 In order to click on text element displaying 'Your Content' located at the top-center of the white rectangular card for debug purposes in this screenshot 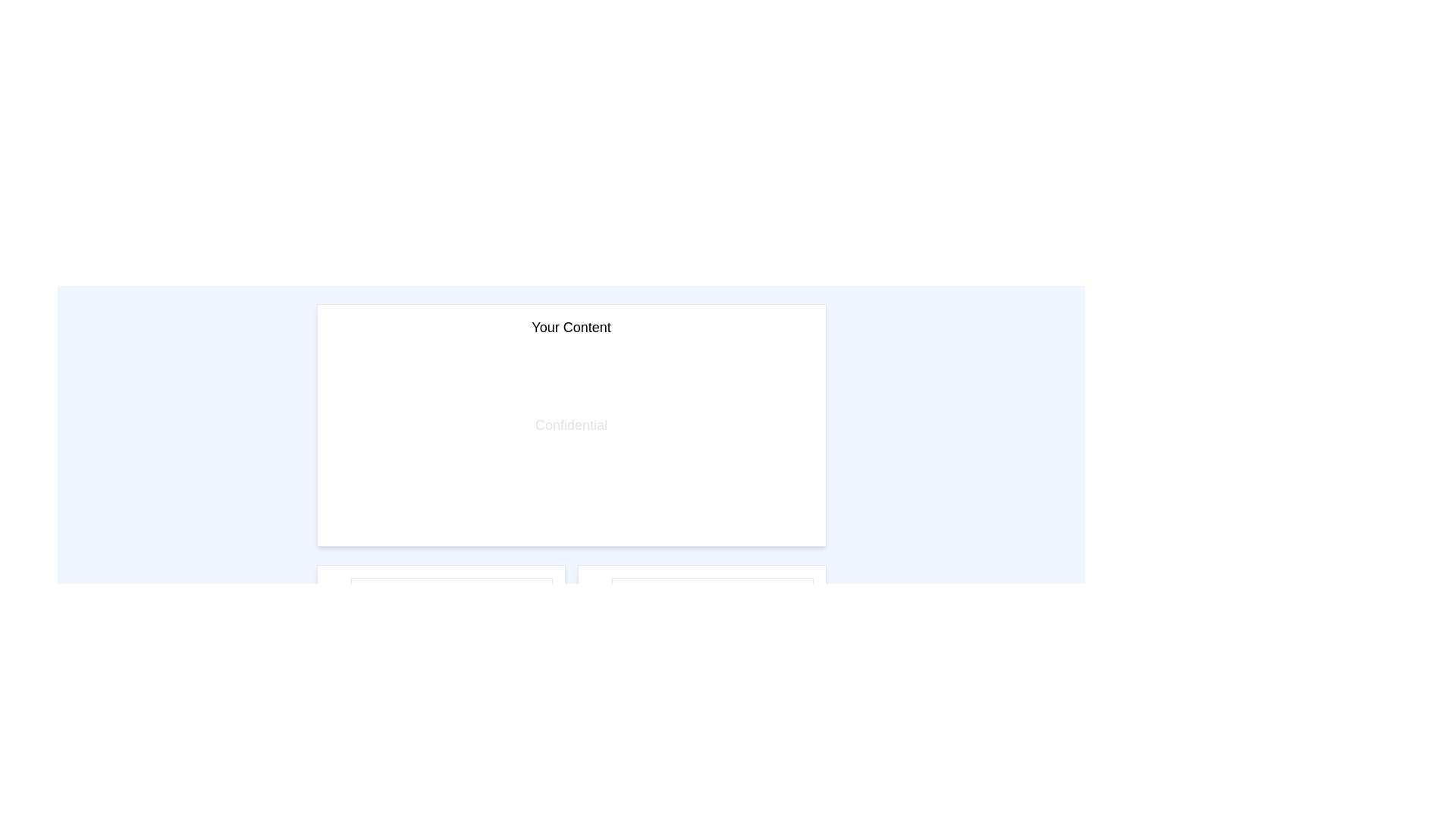, I will do `click(570, 327)`.